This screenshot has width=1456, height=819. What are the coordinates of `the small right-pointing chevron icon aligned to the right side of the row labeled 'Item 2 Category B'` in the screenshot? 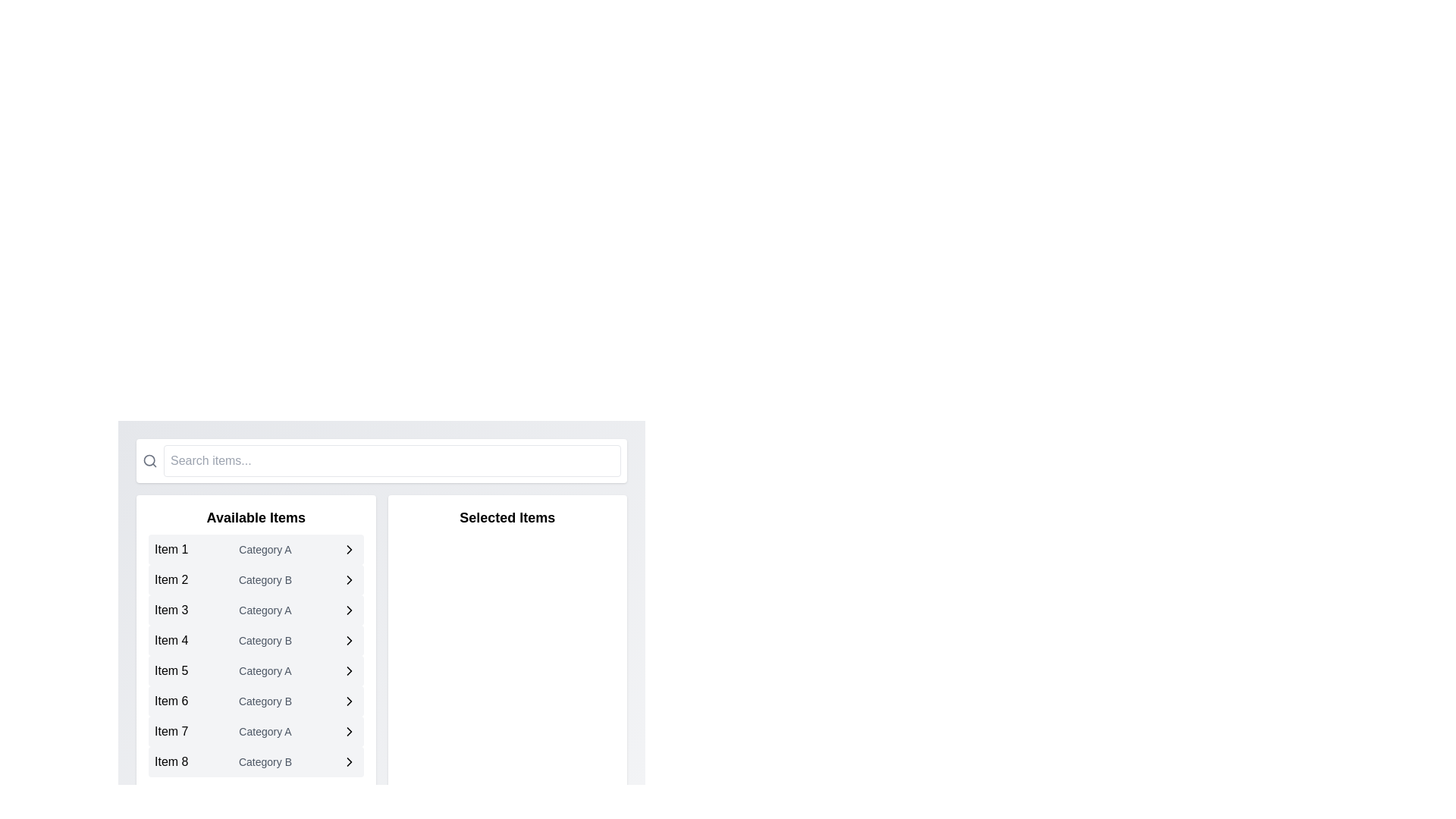 It's located at (349, 579).